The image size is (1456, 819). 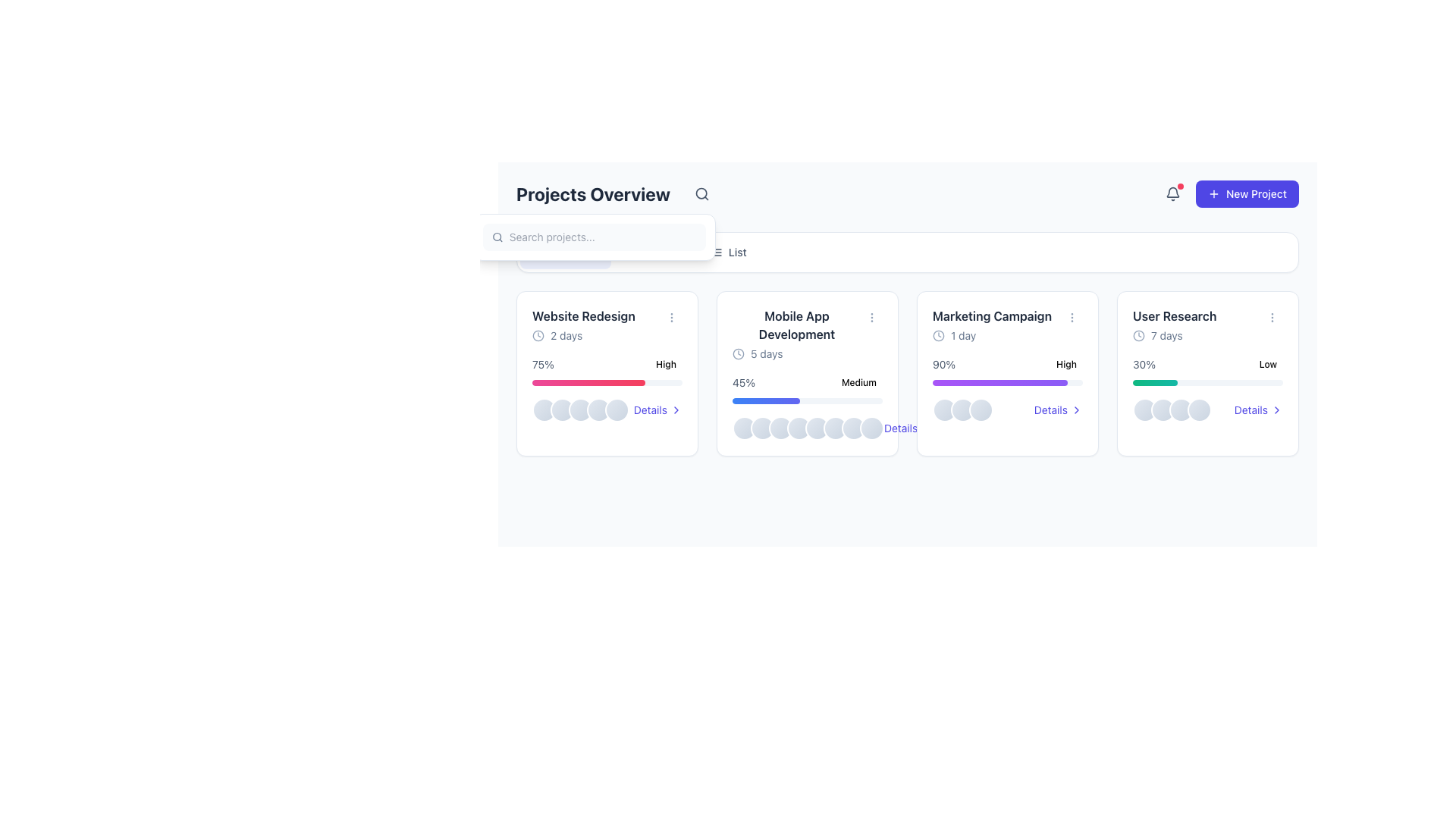 What do you see at coordinates (607, 371) in the screenshot?
I see `percentage displayed on the Progress indicator for the 'Website Redesign' project located in the first column of the project overview dashboard, beneath the task name and due date` at bounding box center [607, 371].